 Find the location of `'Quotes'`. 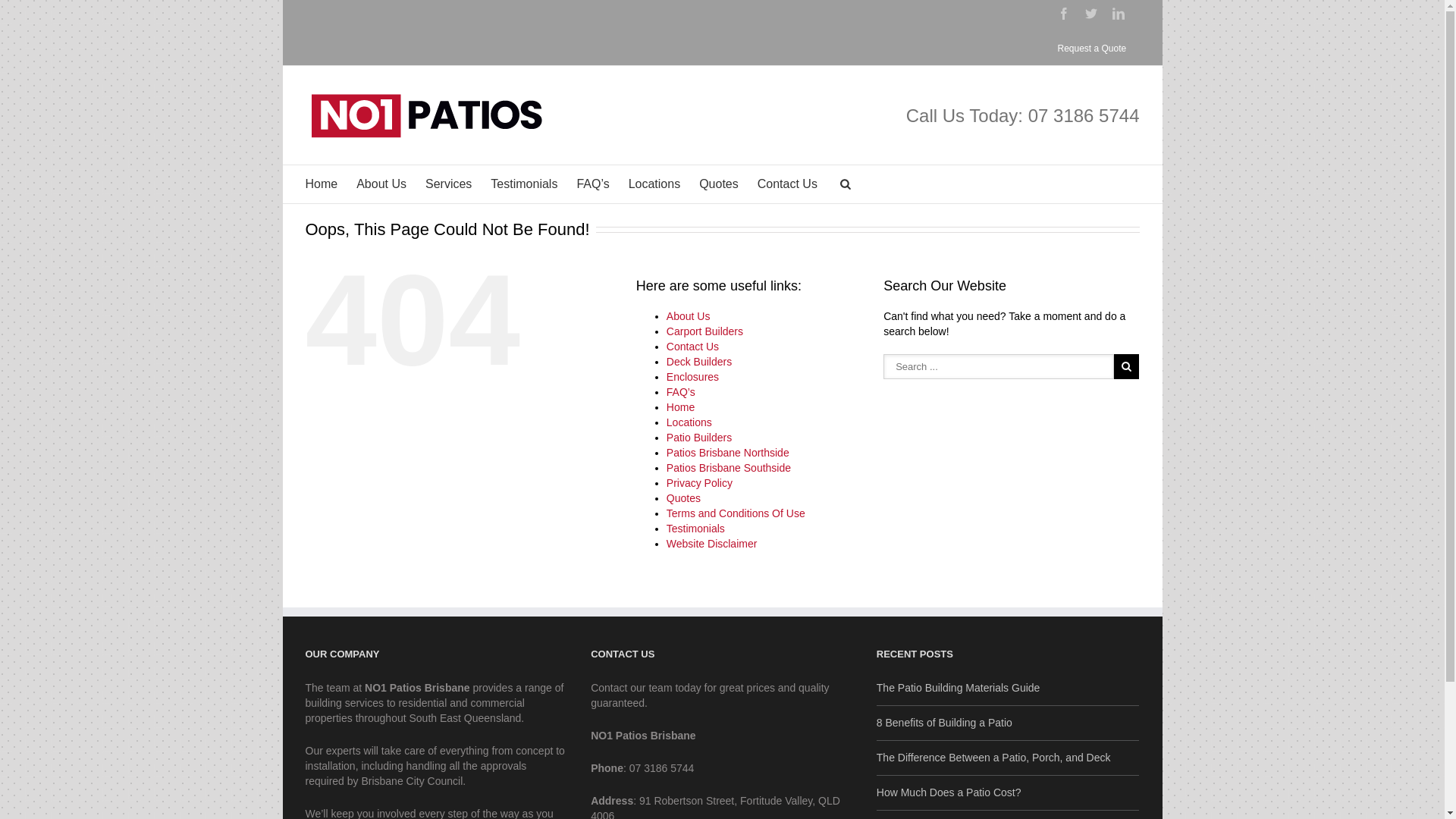

'Quotes' is located at coordinates (682, 497).